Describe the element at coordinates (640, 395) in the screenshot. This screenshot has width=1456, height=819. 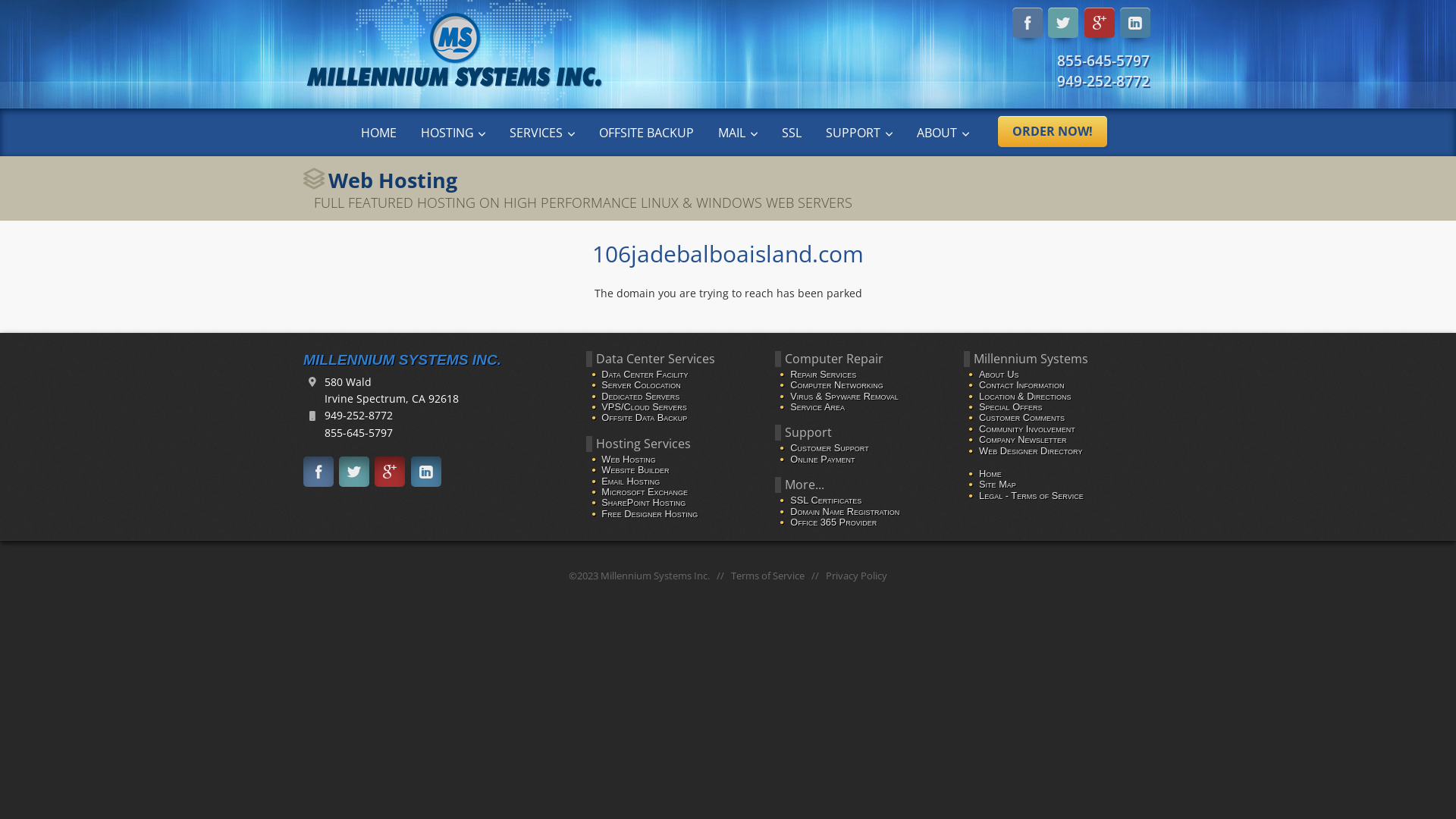
I see `'Dedicated Servers'` at that location.